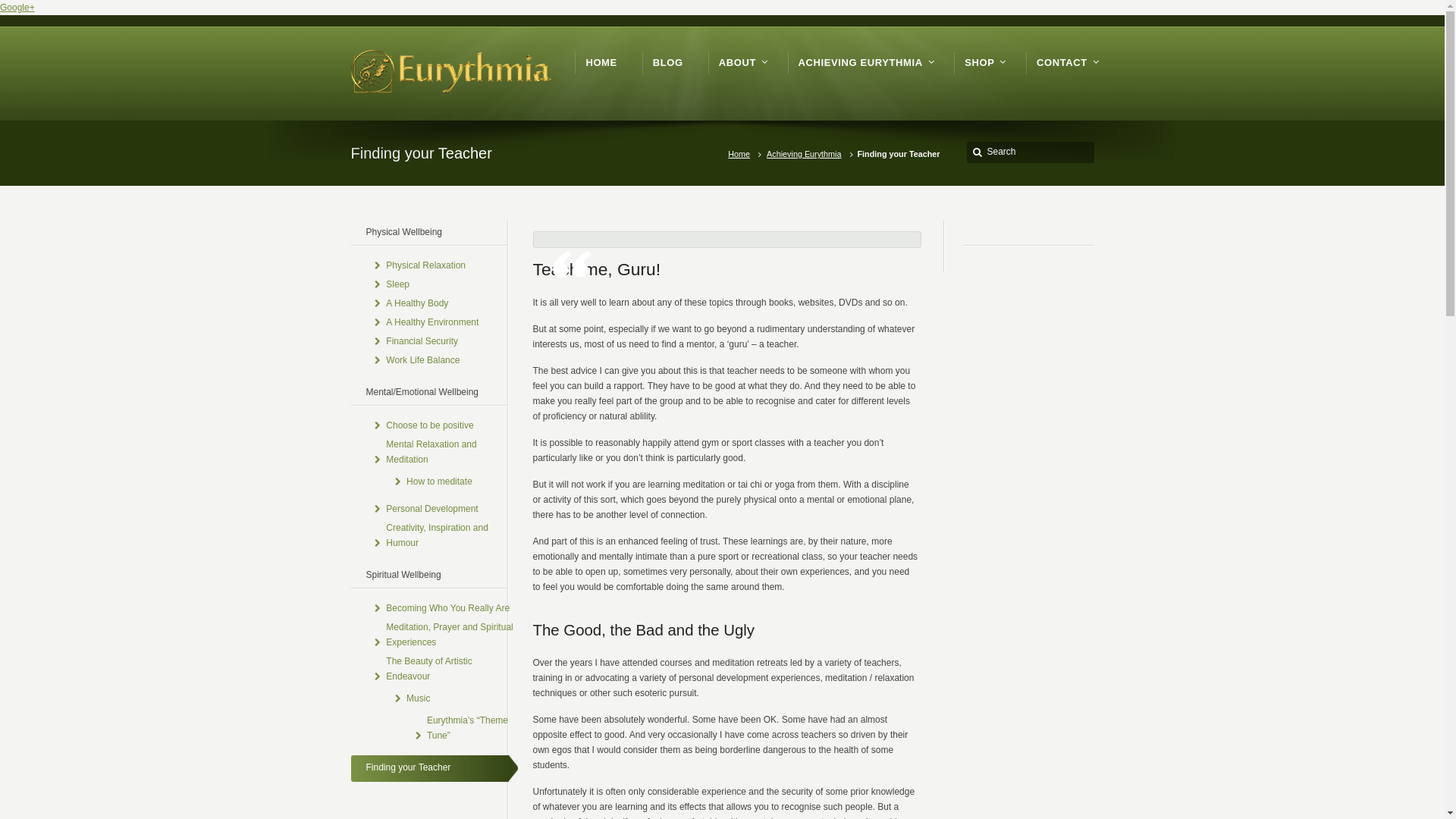 The height and width of the screenshot is (819, 1456). What do you see at coordinates (447, 607) in the screenshot?
I see `'Becoming Who You Really Are'` at bounding box center [447, 607].